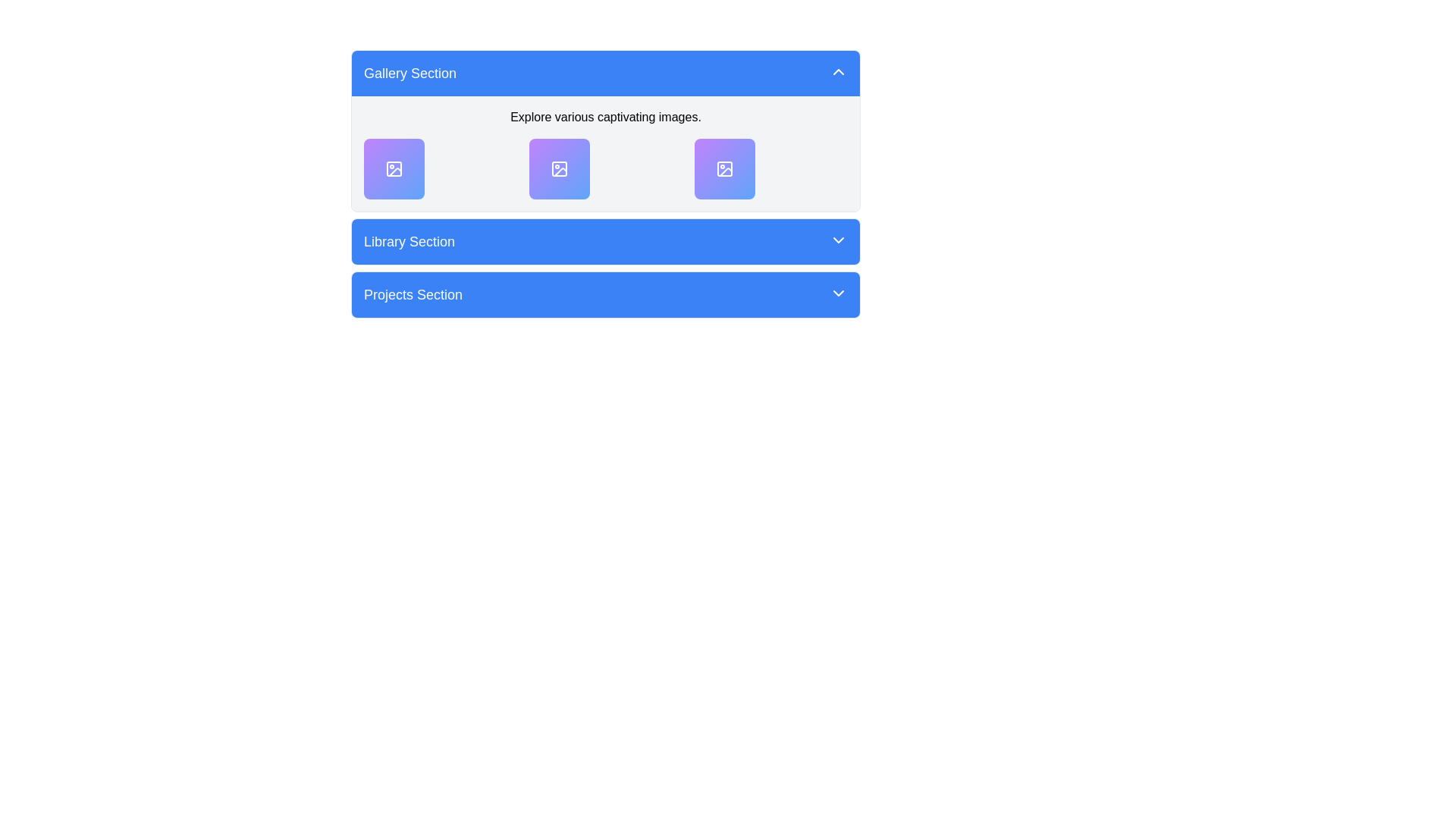 Image resolution: width=1456 pixels, height=819 pixels. I want to click on the static text label 'Explore various captivating images.' located in the 'Gallery Section' above the grid of icons, so click(604, 116).